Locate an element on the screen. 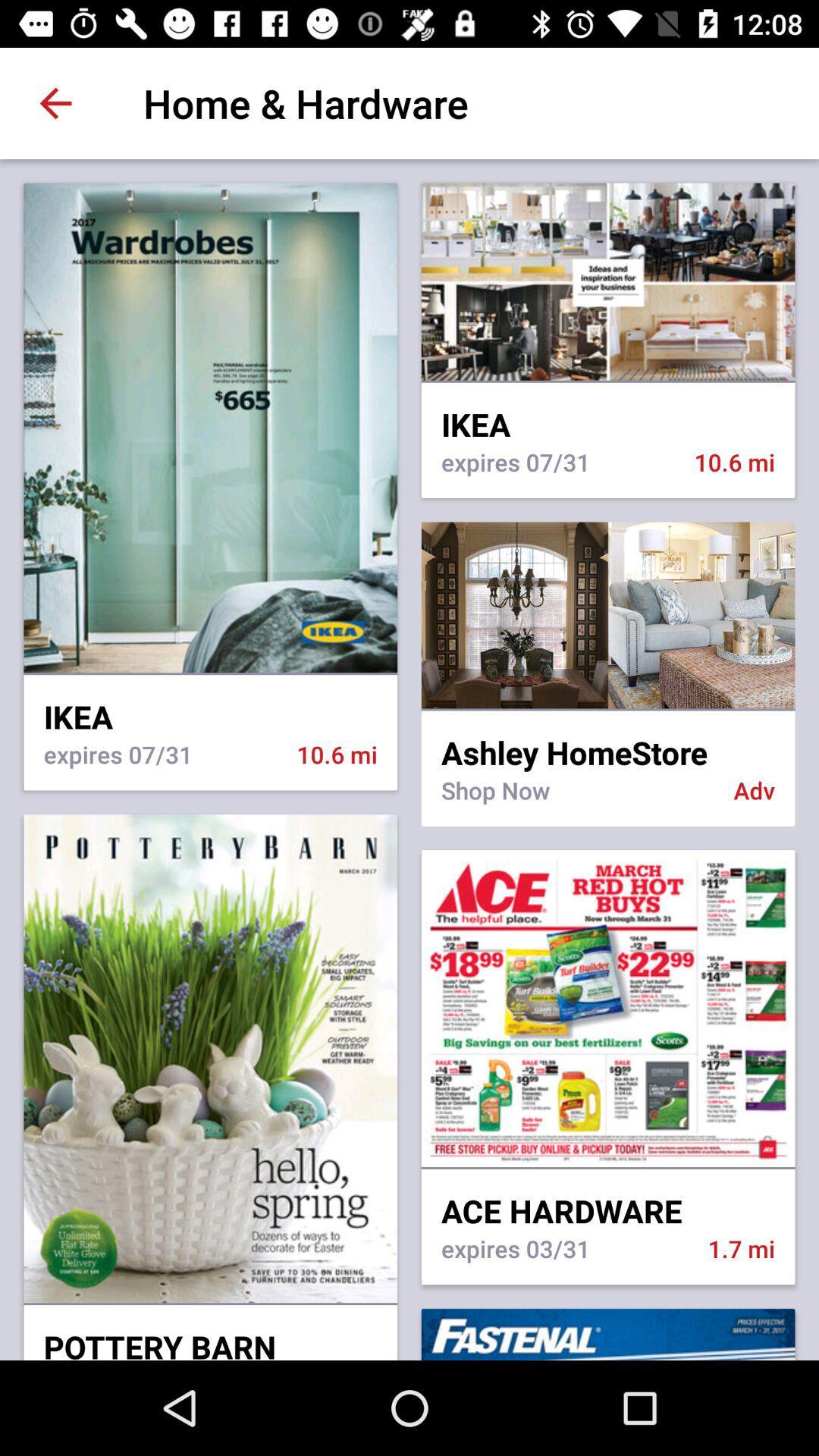 This screenshot has height=1456, width=819. icon to the left of the adv is located at coordinates (577, 799).